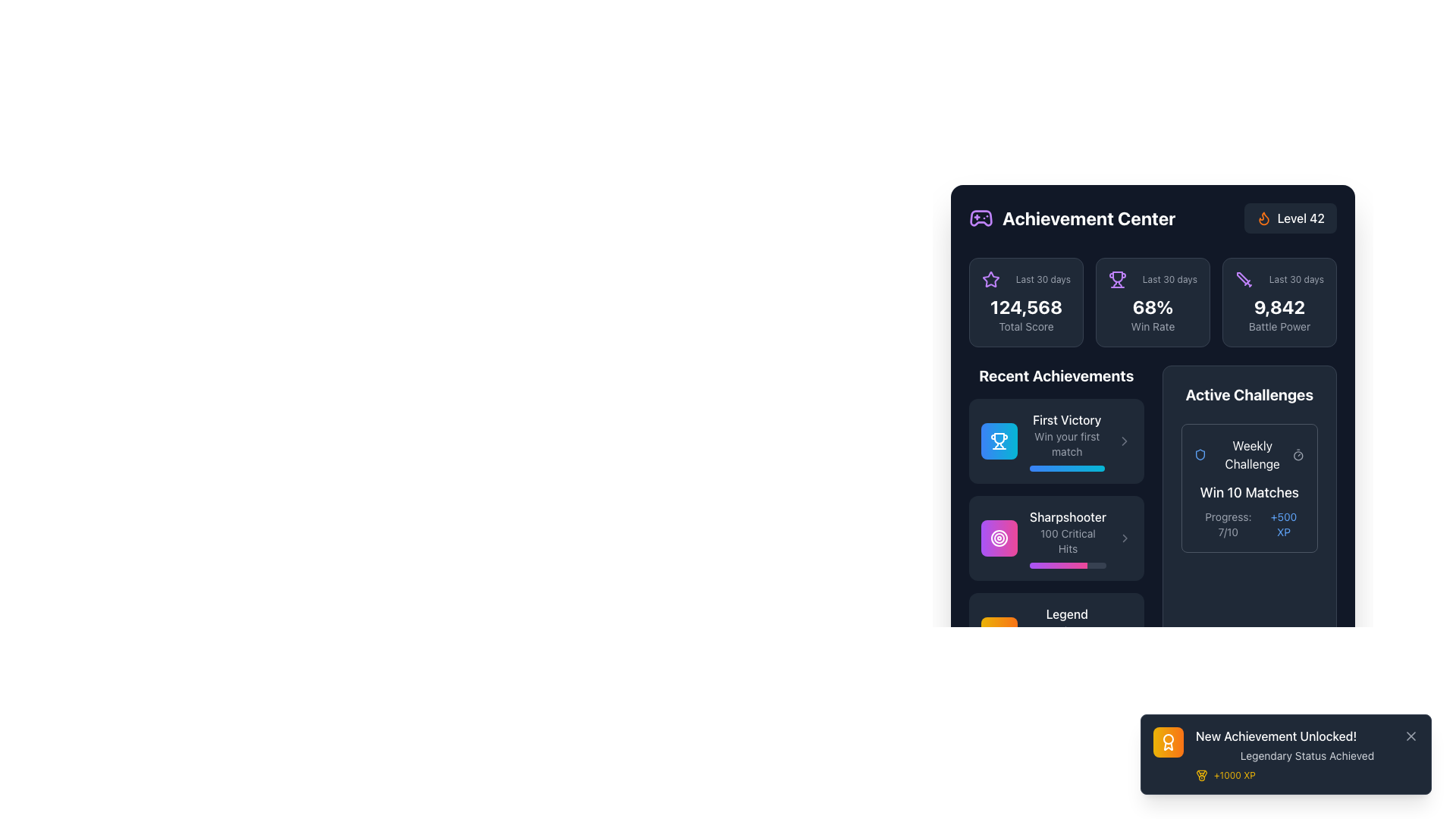 This screenshot has width=1456, height=819. What do you see at coordinates (1056, 441) in the screenshot?
I see `the 'First Victory' achievement text display with a trophy icon in the 'Recent Achievements' section` at bounding box center [1056, 441].